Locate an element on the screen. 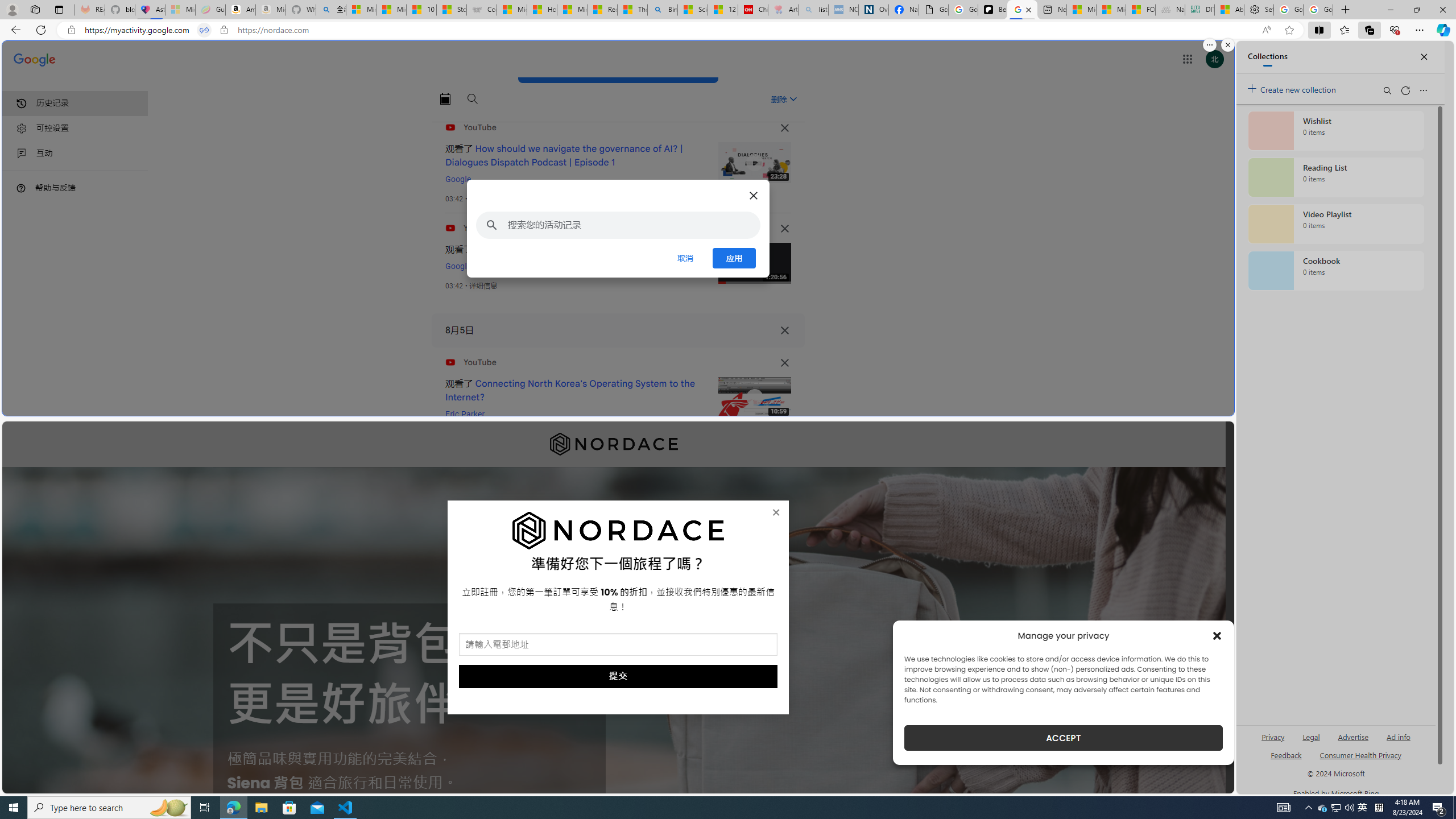 The image size is (1456, 819). 'Connecting North Korea' is located at coordinates (570, 390).